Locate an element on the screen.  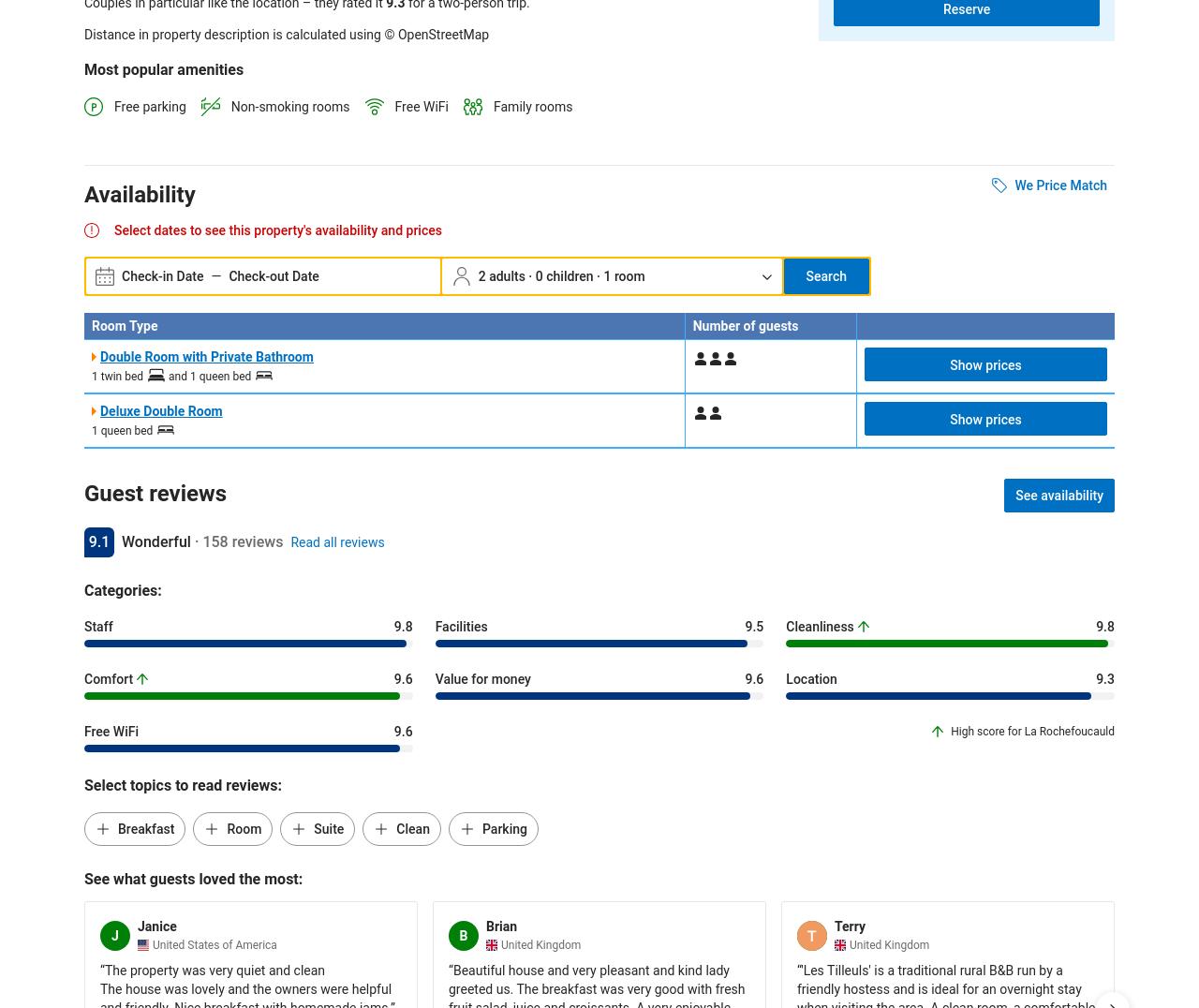
'Room' is located at coordinates (243, 829).